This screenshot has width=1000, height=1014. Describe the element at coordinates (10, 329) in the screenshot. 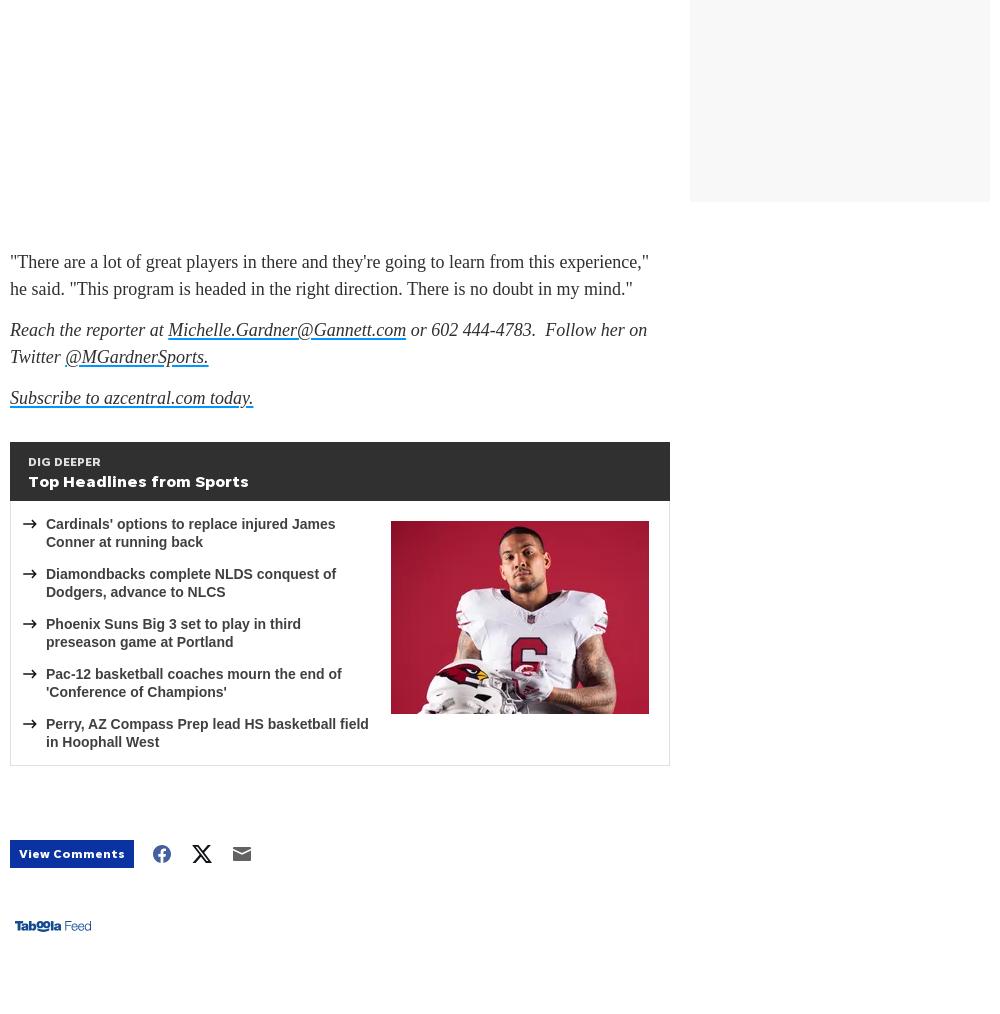

I see `'Reach the reporter at'` at that location.